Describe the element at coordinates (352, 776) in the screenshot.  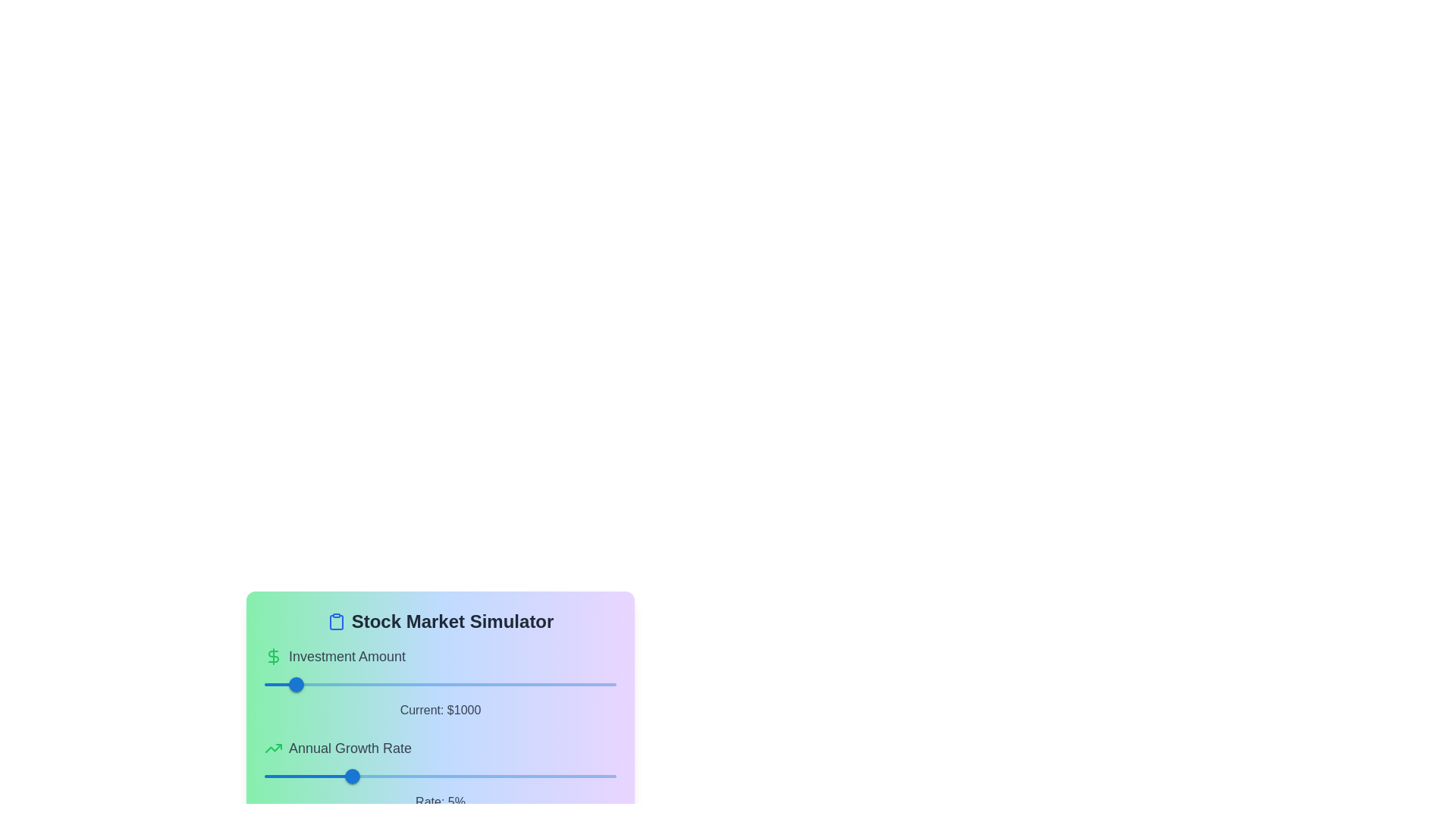
I see `the slider value` at that location.